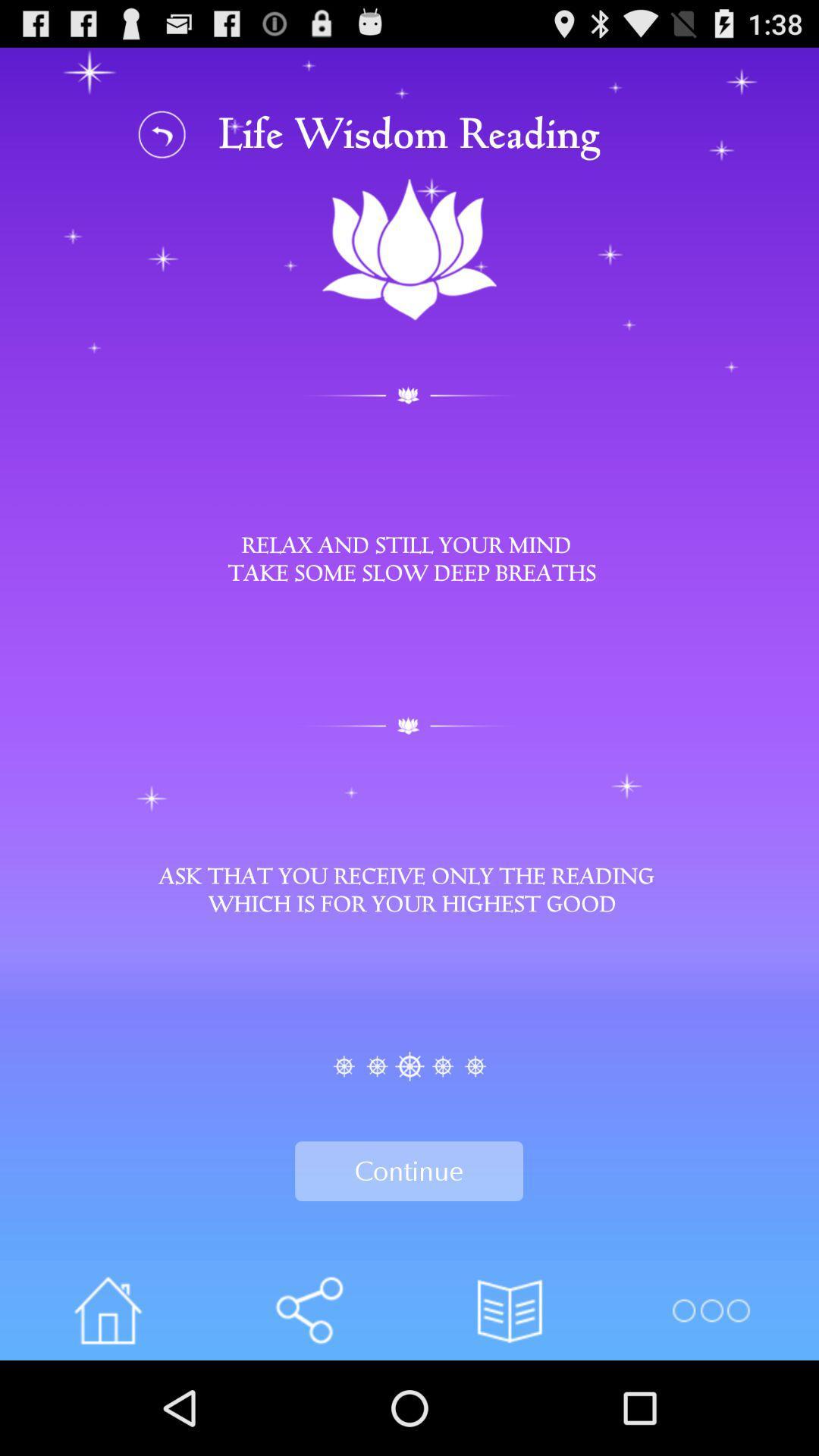 The height and width of the screenshot is (1456, 819). Describe the element at coordinates (711, 1310) in the screenshot. I see `open options menu` at that location.